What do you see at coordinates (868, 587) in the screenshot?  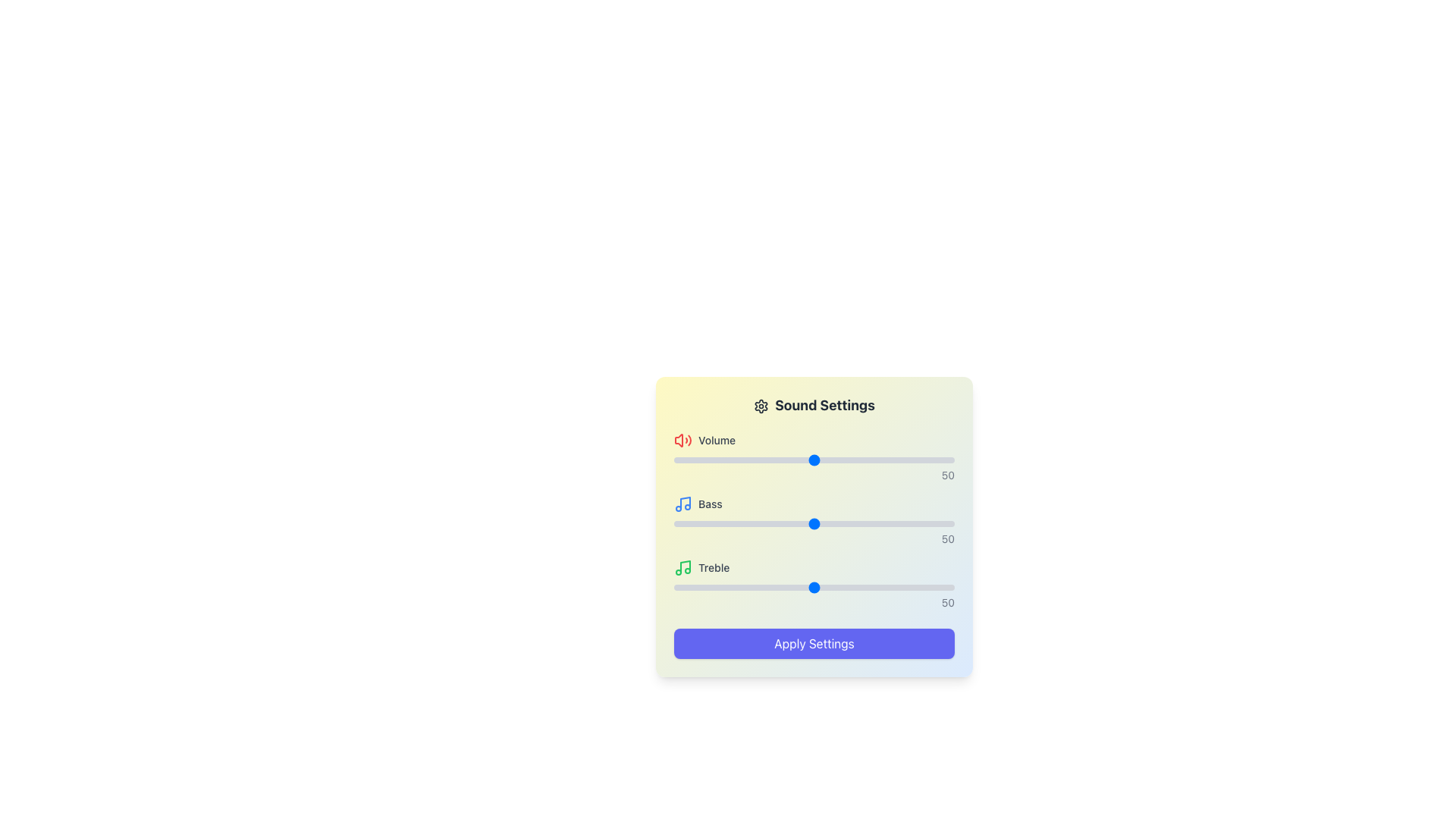 I see `treble` at bounding box center [868, 587].